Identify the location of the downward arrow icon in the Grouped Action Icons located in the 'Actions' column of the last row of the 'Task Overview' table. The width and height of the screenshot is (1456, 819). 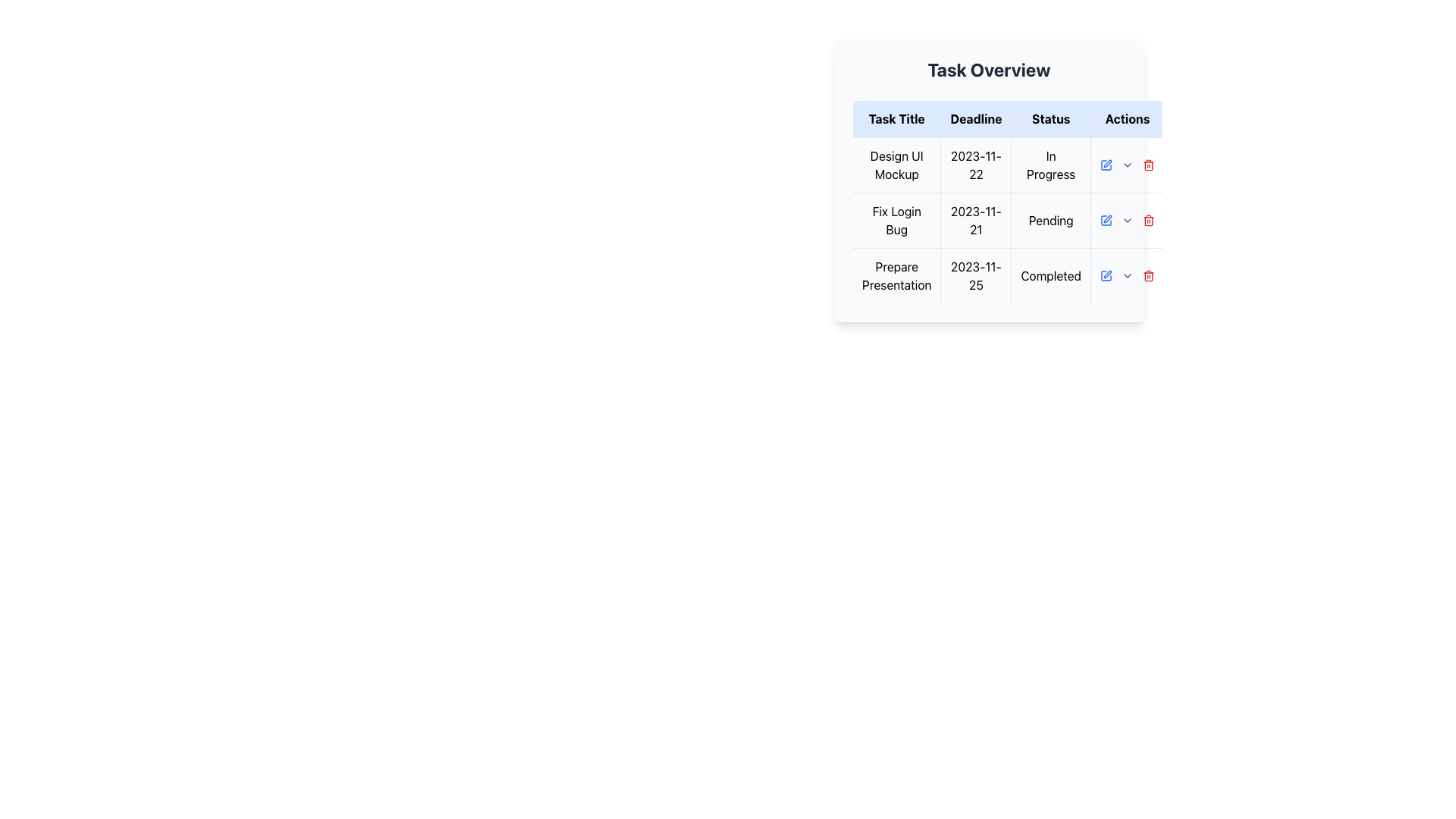
(1128, 275).